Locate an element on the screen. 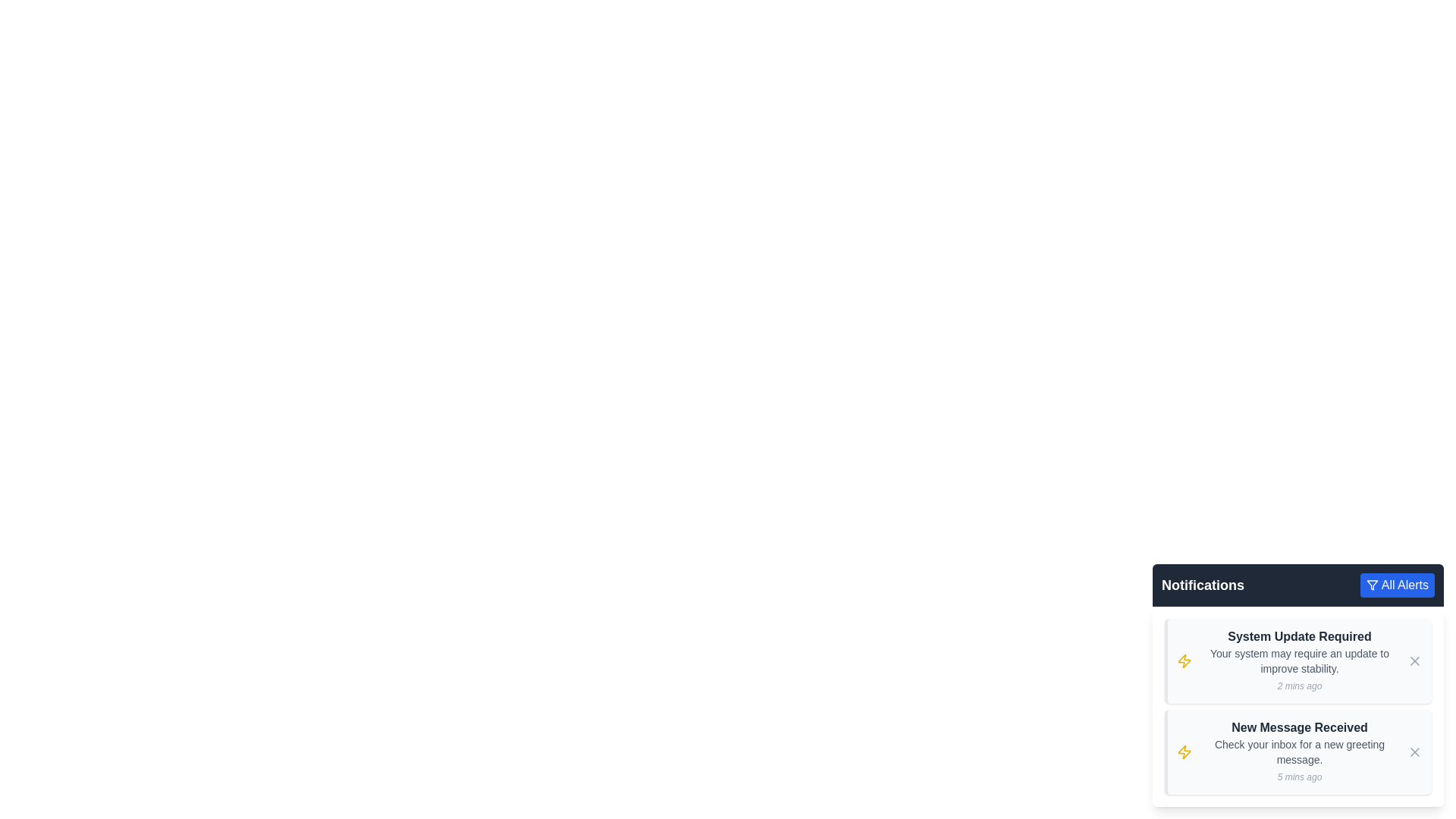 The width and height of the screenshot is (1456, 819). the 'All Alerts' button to toggle the notification filter is located at coordinates (1396, 584).